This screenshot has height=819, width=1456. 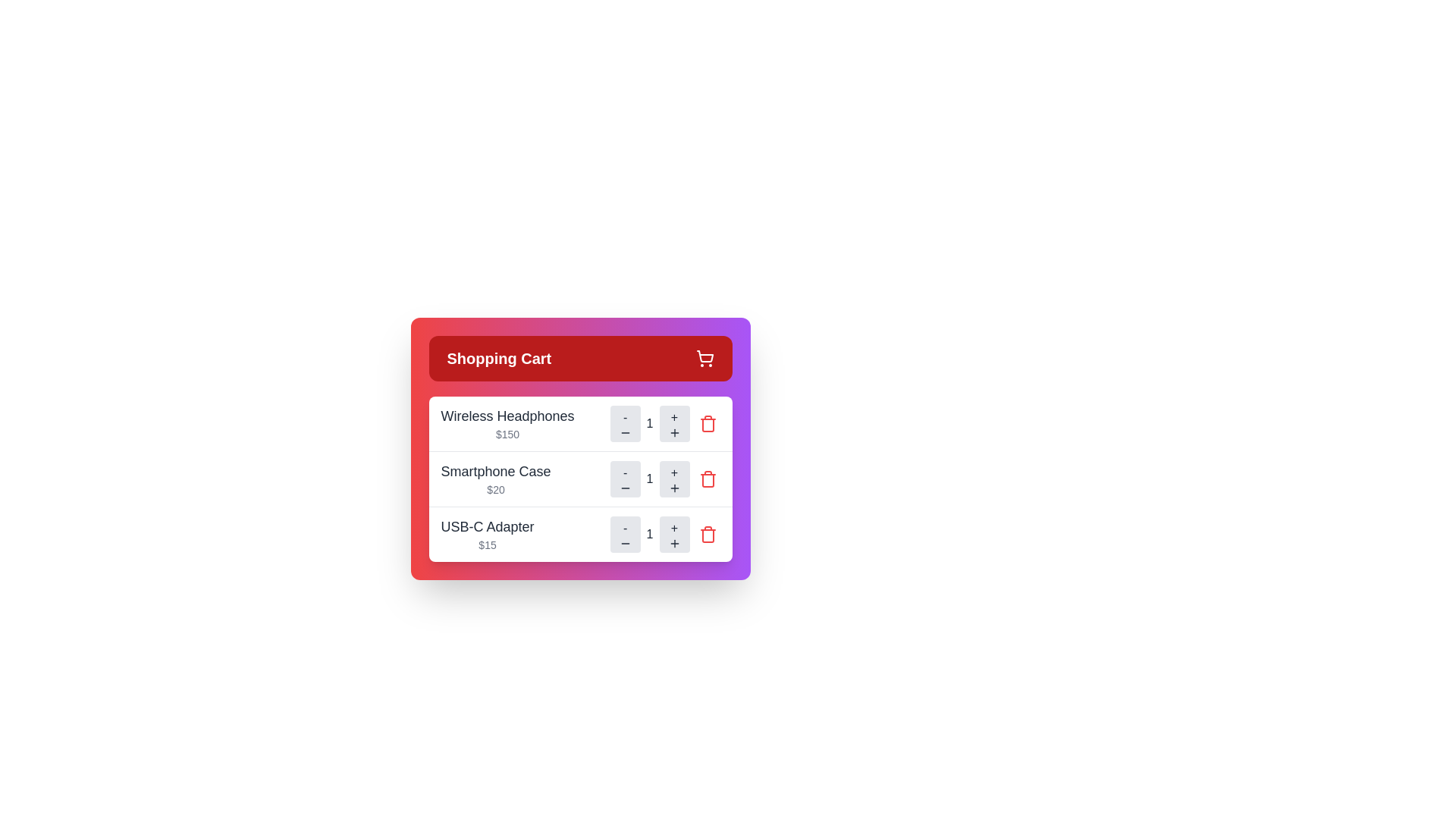 I want to click on the trash icon next to the item 'Wireless Headphones' to remove it from the cart, so click(x=707, y=424).